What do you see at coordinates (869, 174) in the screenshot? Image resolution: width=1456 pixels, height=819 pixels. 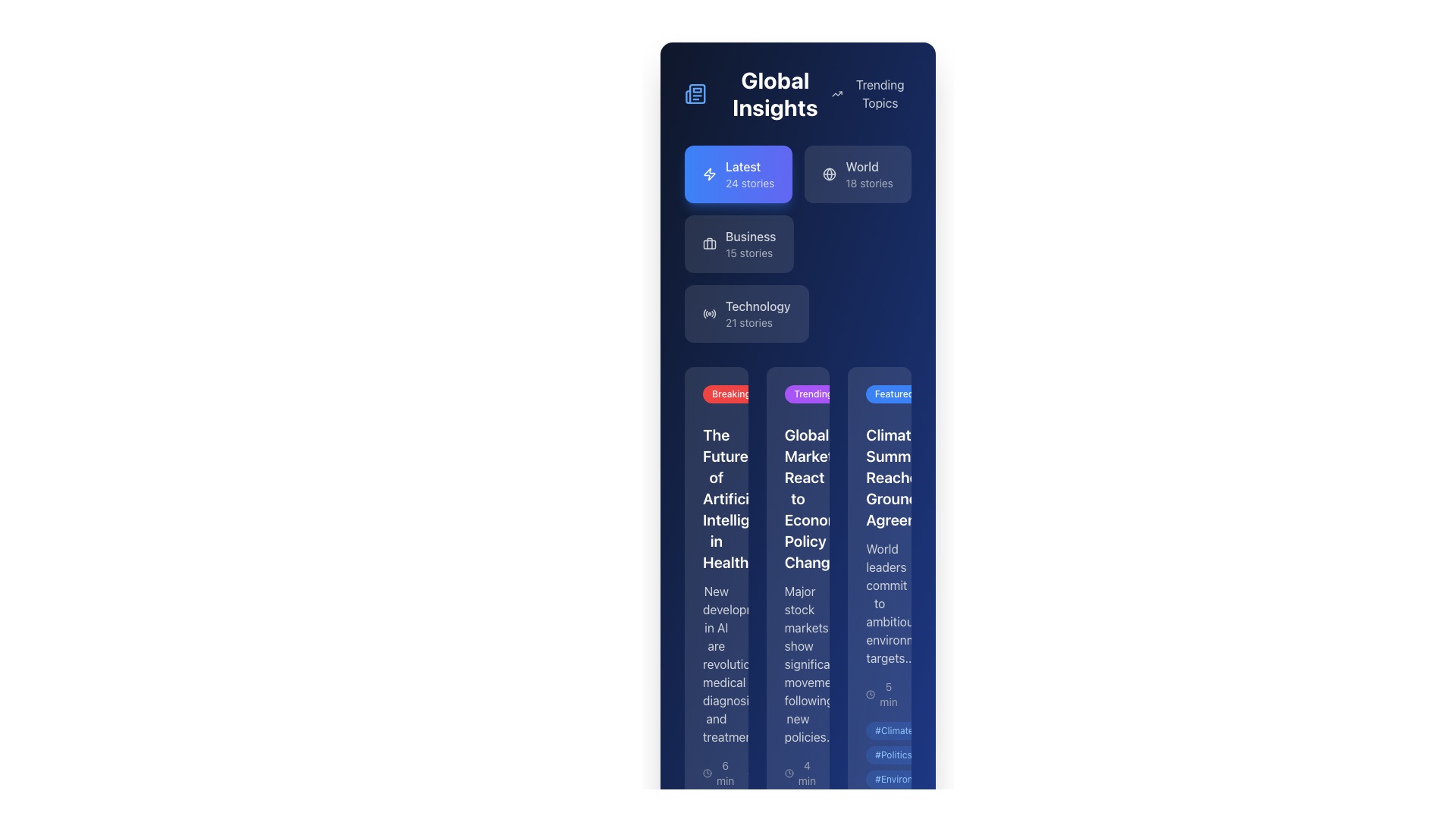 I see `the 'World' navigation button text block` at bounding box center [869, 174].